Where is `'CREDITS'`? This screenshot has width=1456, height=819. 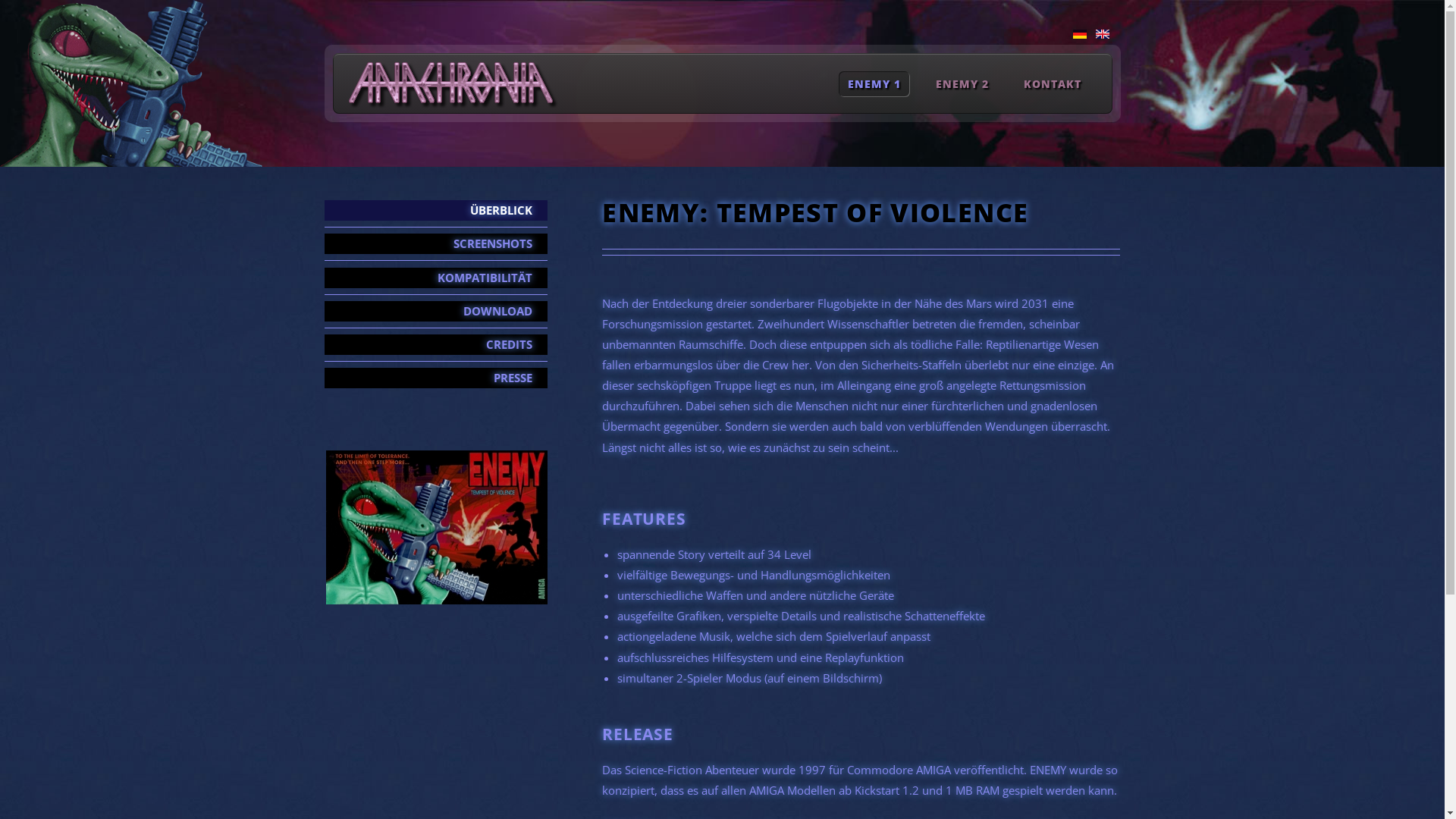
'CREDITS' is located at coordinates (435, 344).